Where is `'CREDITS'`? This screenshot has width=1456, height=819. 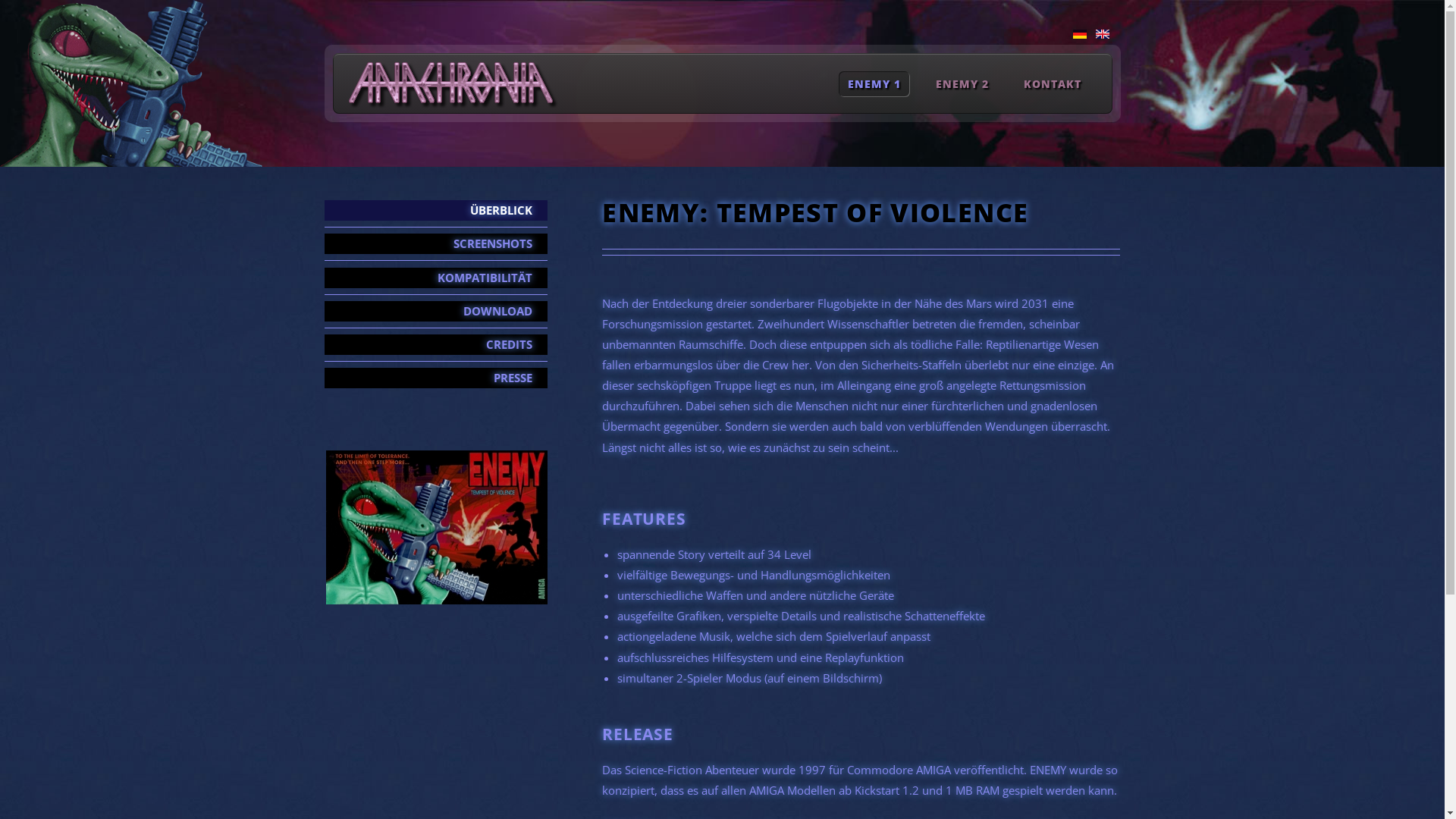
'CREDITS' is located at coordinates (435, 344).